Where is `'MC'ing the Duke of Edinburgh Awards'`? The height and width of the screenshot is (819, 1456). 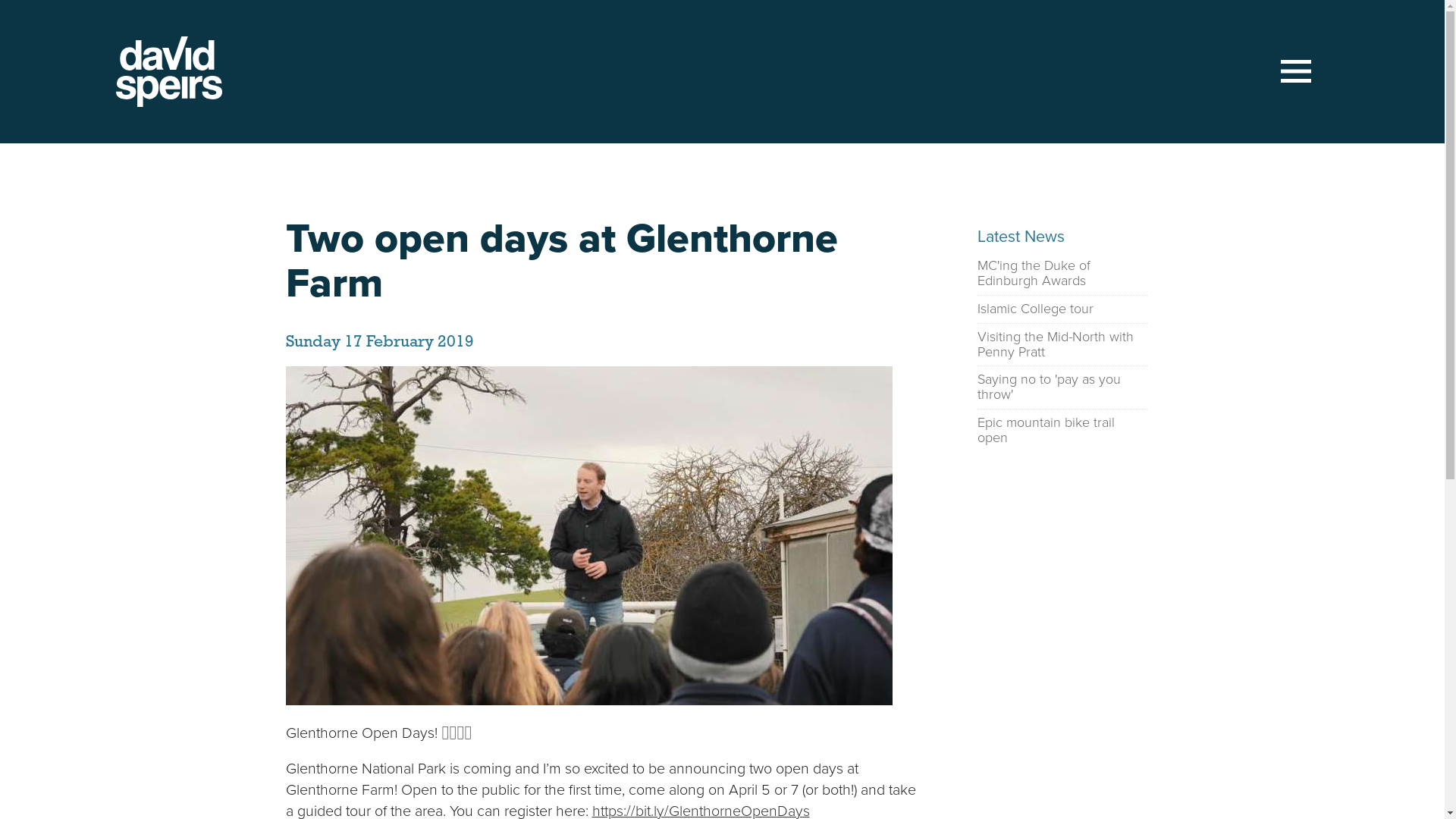 'MC'ing the Duke of Edinburgh Awards' is located at coordinates (976, 274).